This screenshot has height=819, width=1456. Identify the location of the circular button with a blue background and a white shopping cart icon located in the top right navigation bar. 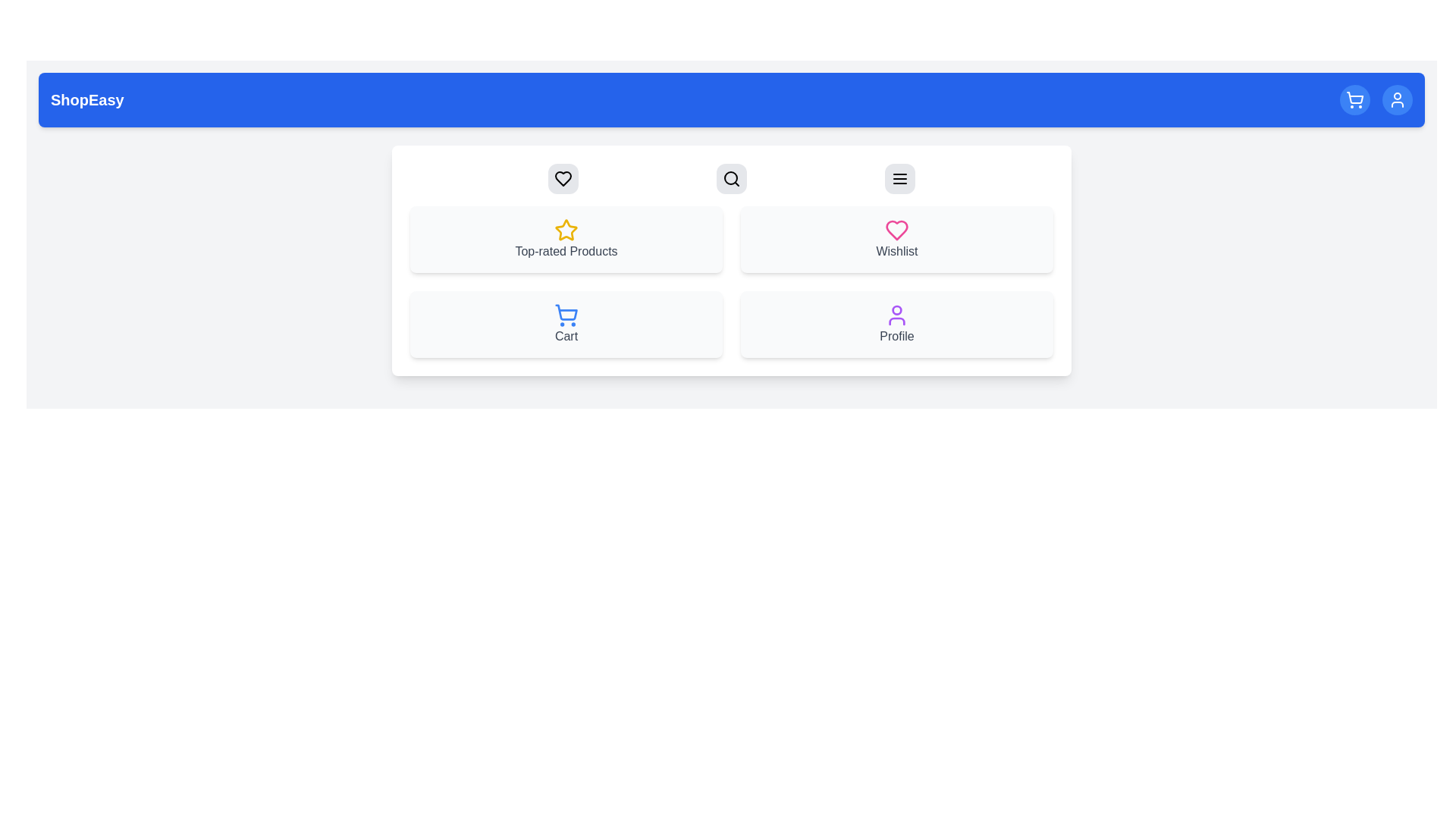
(1354, 99).